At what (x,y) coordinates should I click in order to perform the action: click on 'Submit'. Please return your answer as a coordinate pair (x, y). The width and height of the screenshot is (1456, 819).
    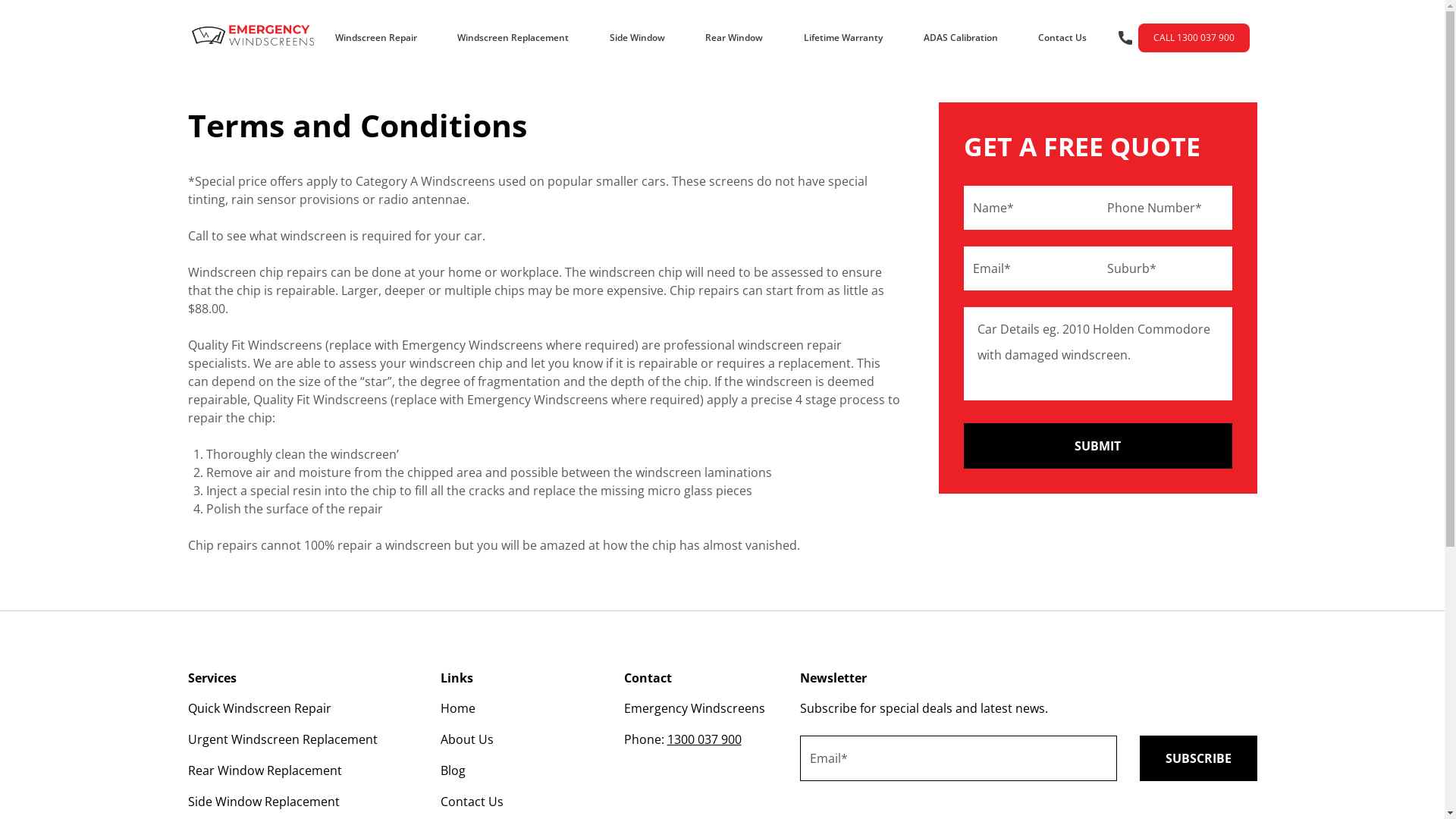
    Looking at the image, I should click on (1097, 444).